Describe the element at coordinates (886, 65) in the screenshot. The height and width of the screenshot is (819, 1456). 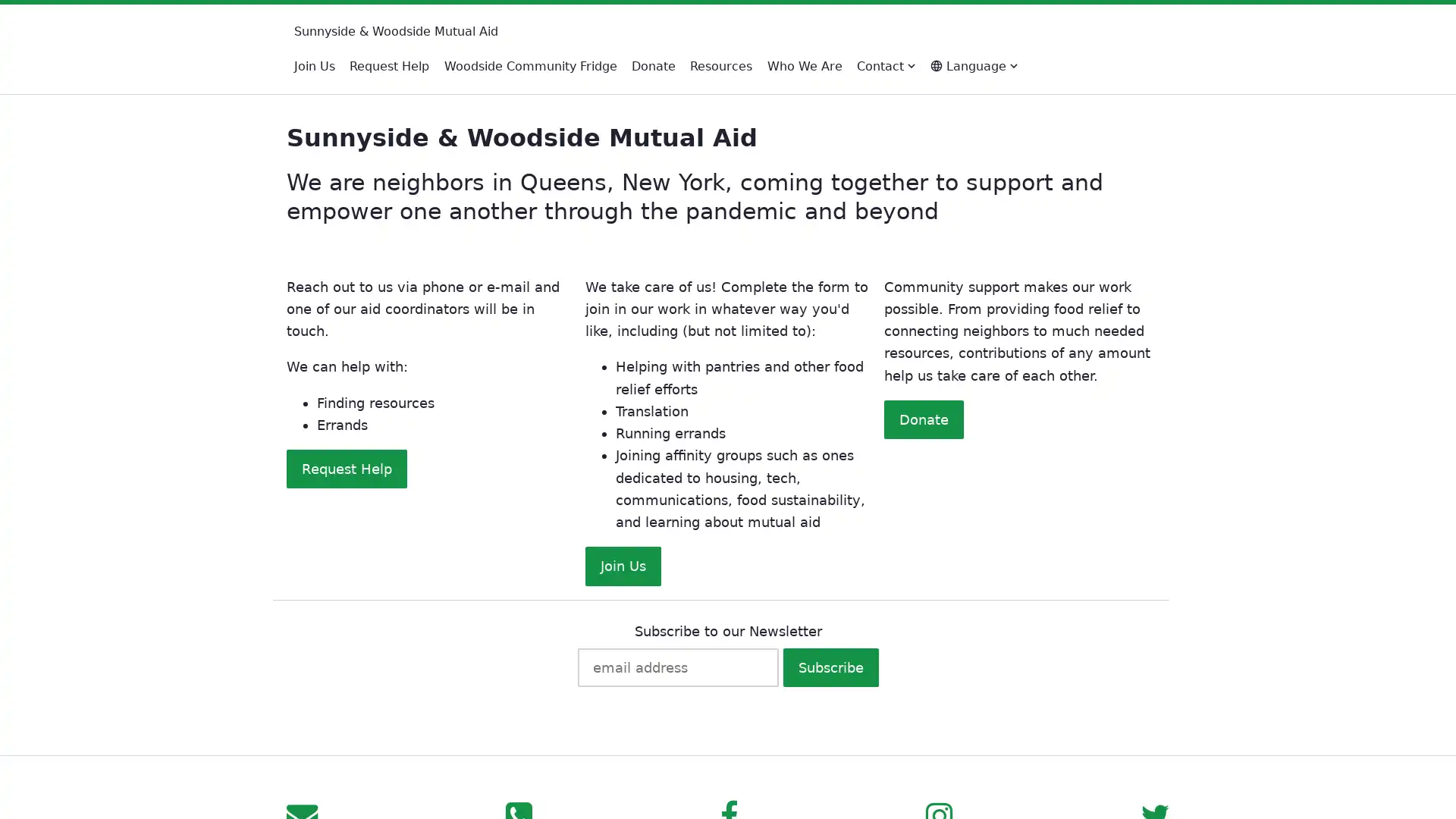
I see `Contact` at that location.